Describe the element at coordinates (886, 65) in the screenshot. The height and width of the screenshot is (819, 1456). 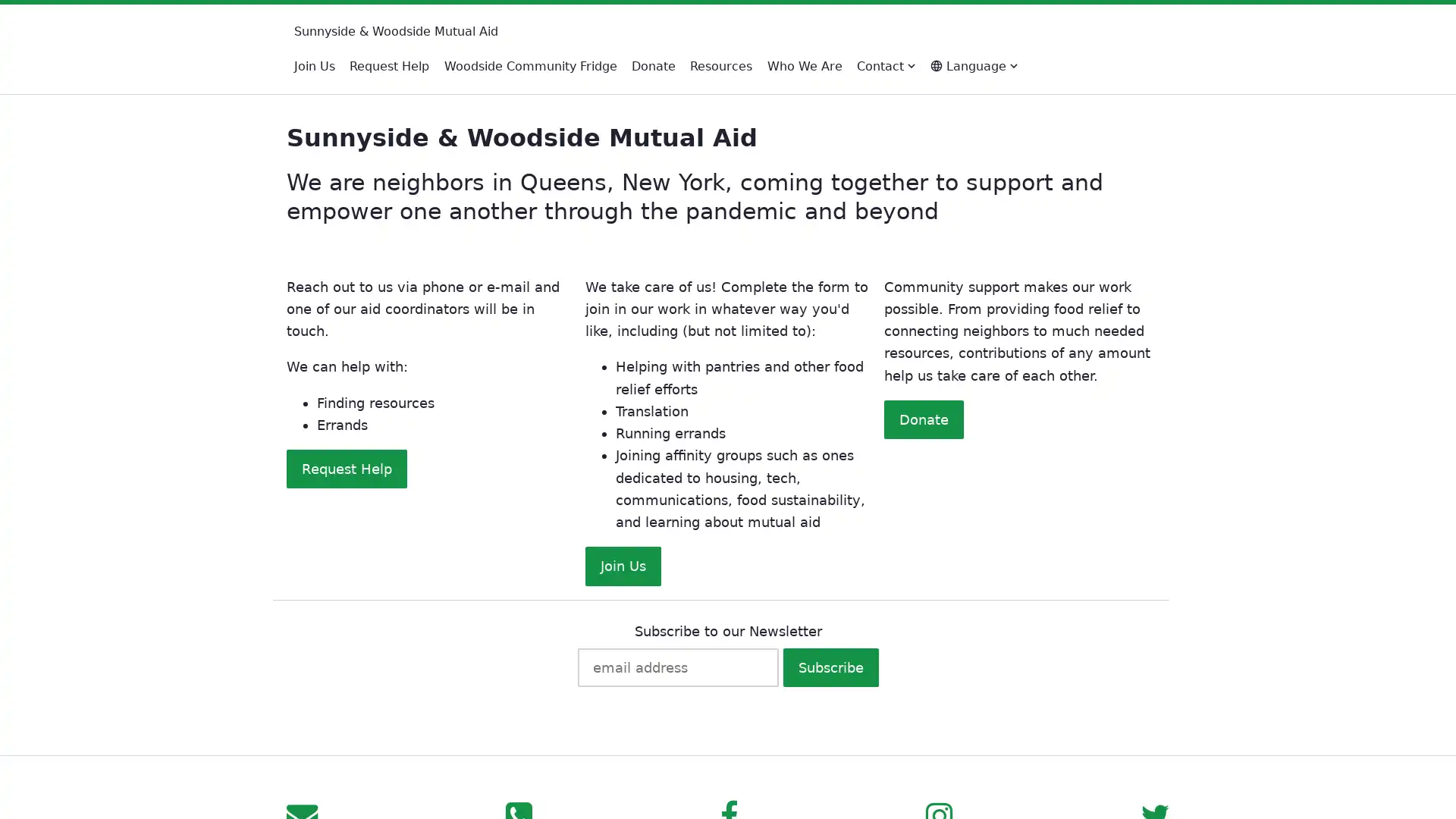
I see `Contact` at that location.